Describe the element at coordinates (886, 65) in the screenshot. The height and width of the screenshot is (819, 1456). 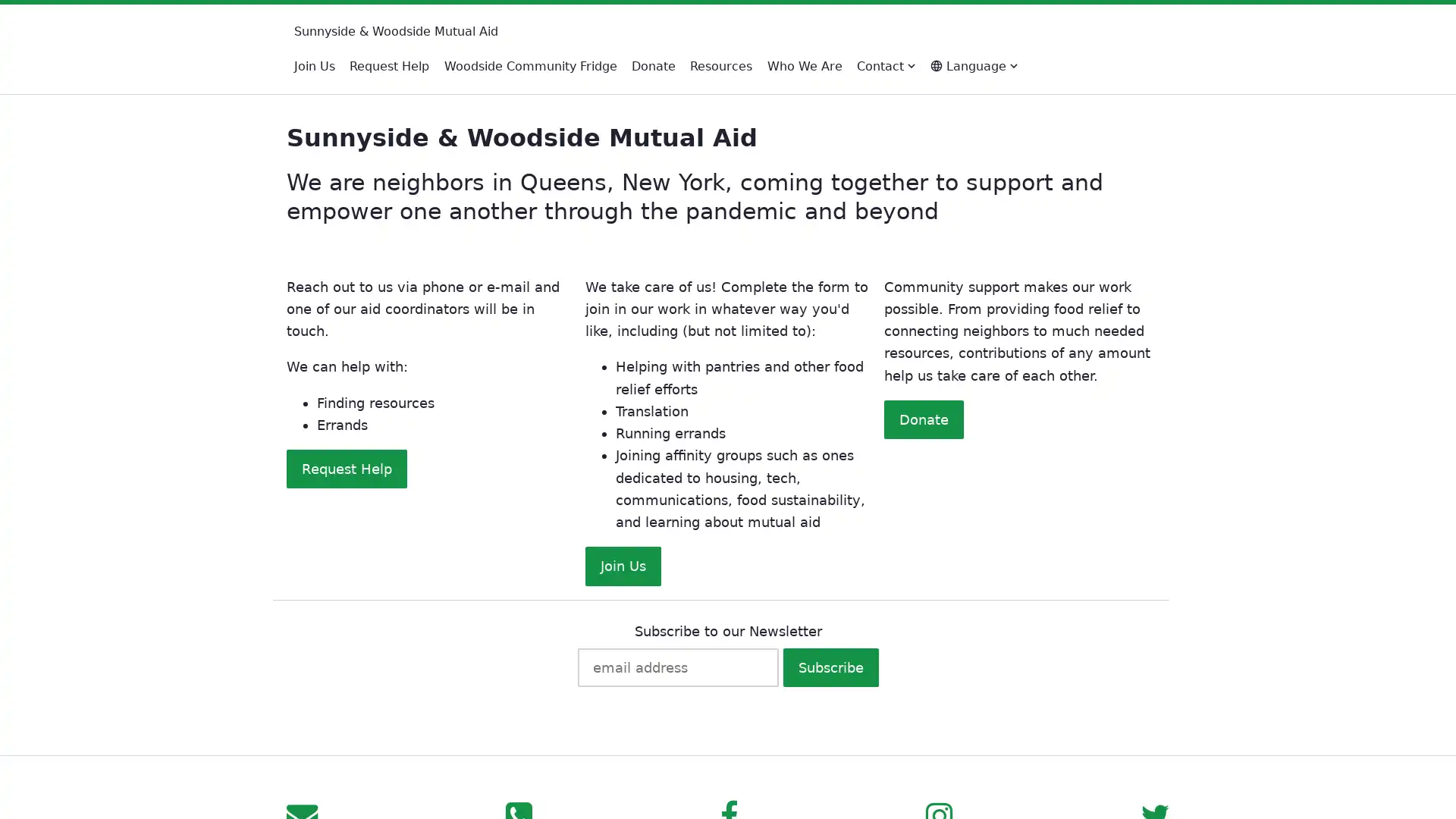
I see `Contact` at that location.